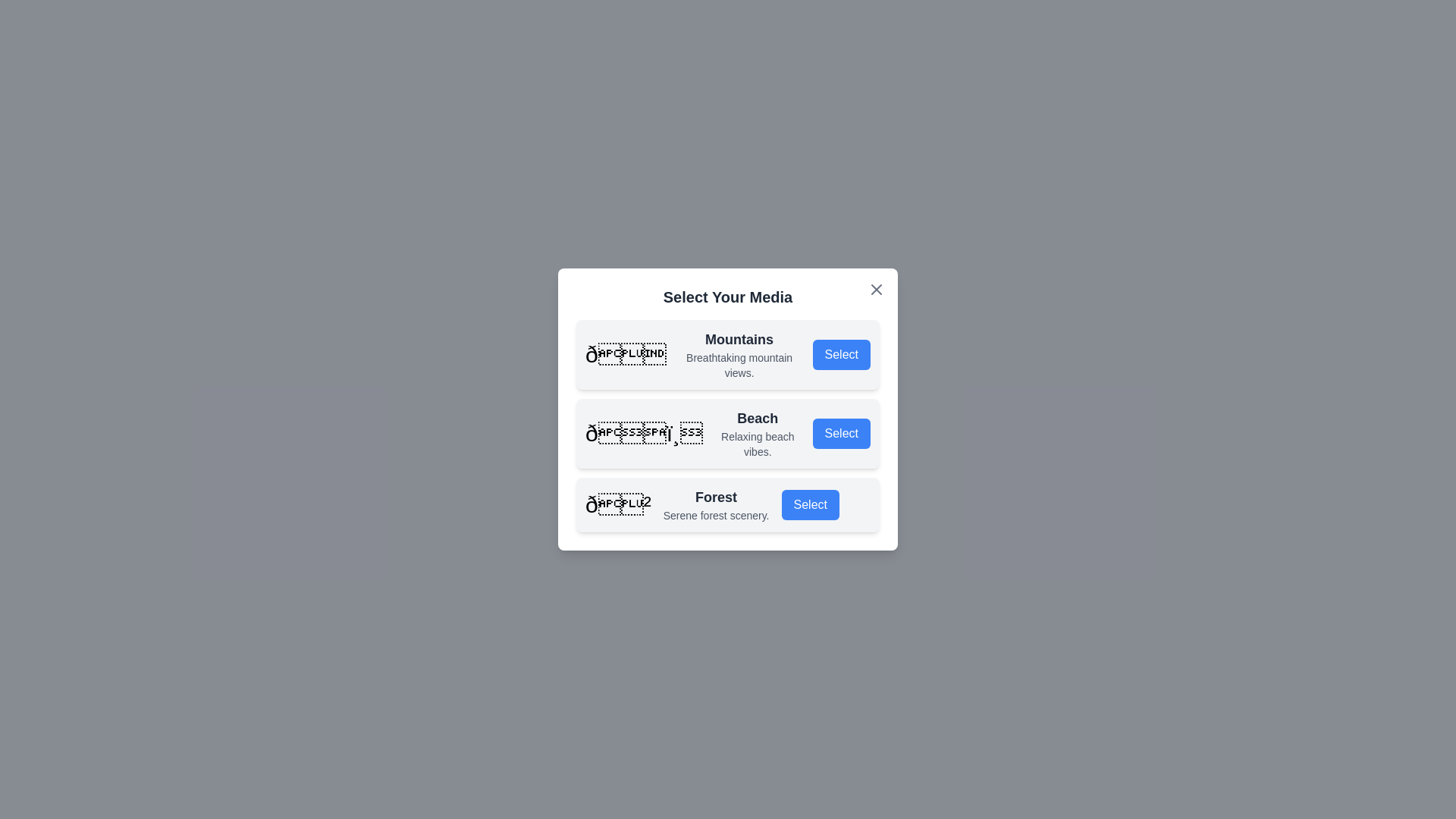 The height and width of the screenshot is (819, 1456). Describe the element at coordinates (877, 289) in the screenshot. I see `close button on the top-right corner of the dialog` at that location.